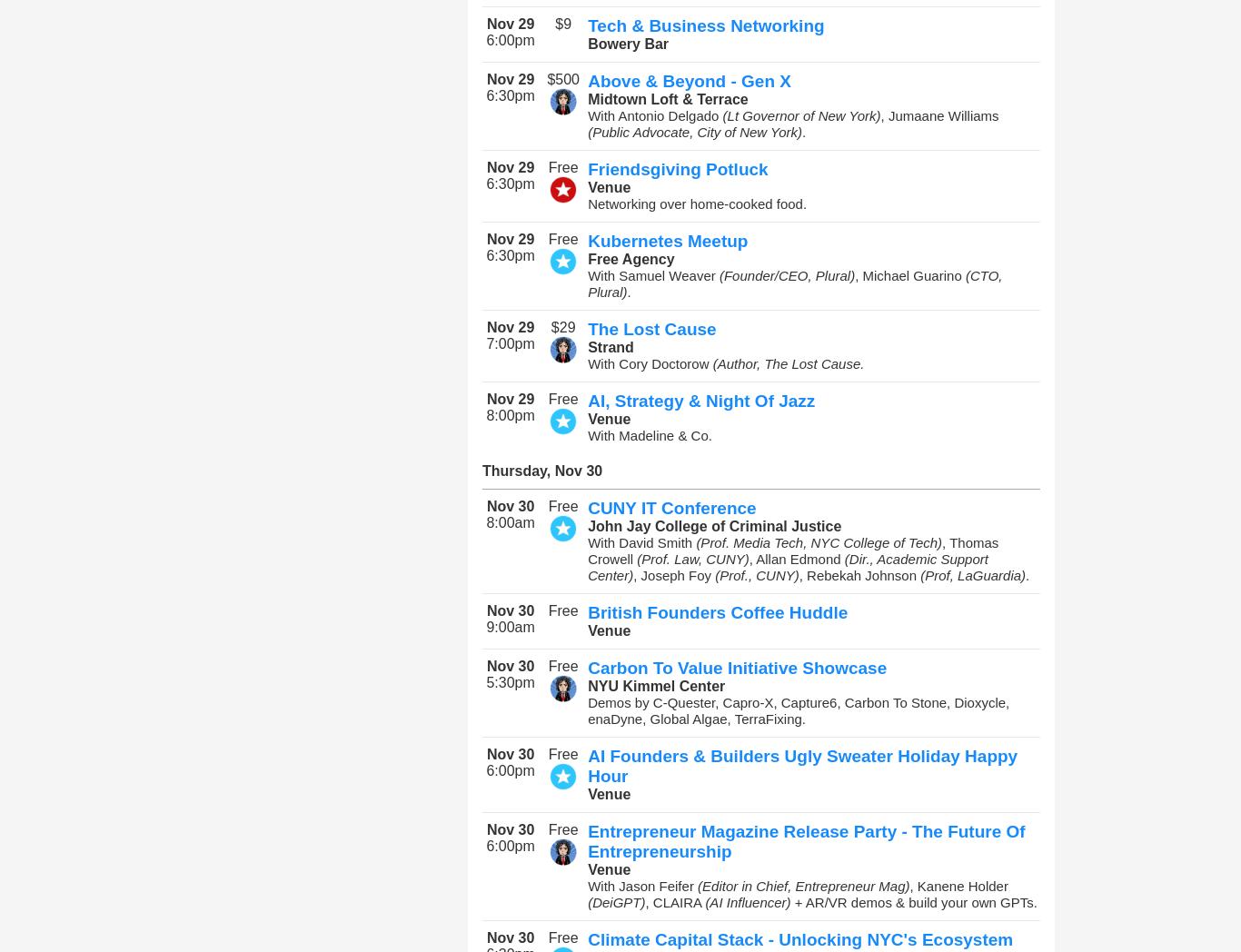 The height and width of the screenshot is (952, 1241). Describe the element at coordinates (642, 885) in the screenshot. I see `'With Jason Feifer'` at that location.